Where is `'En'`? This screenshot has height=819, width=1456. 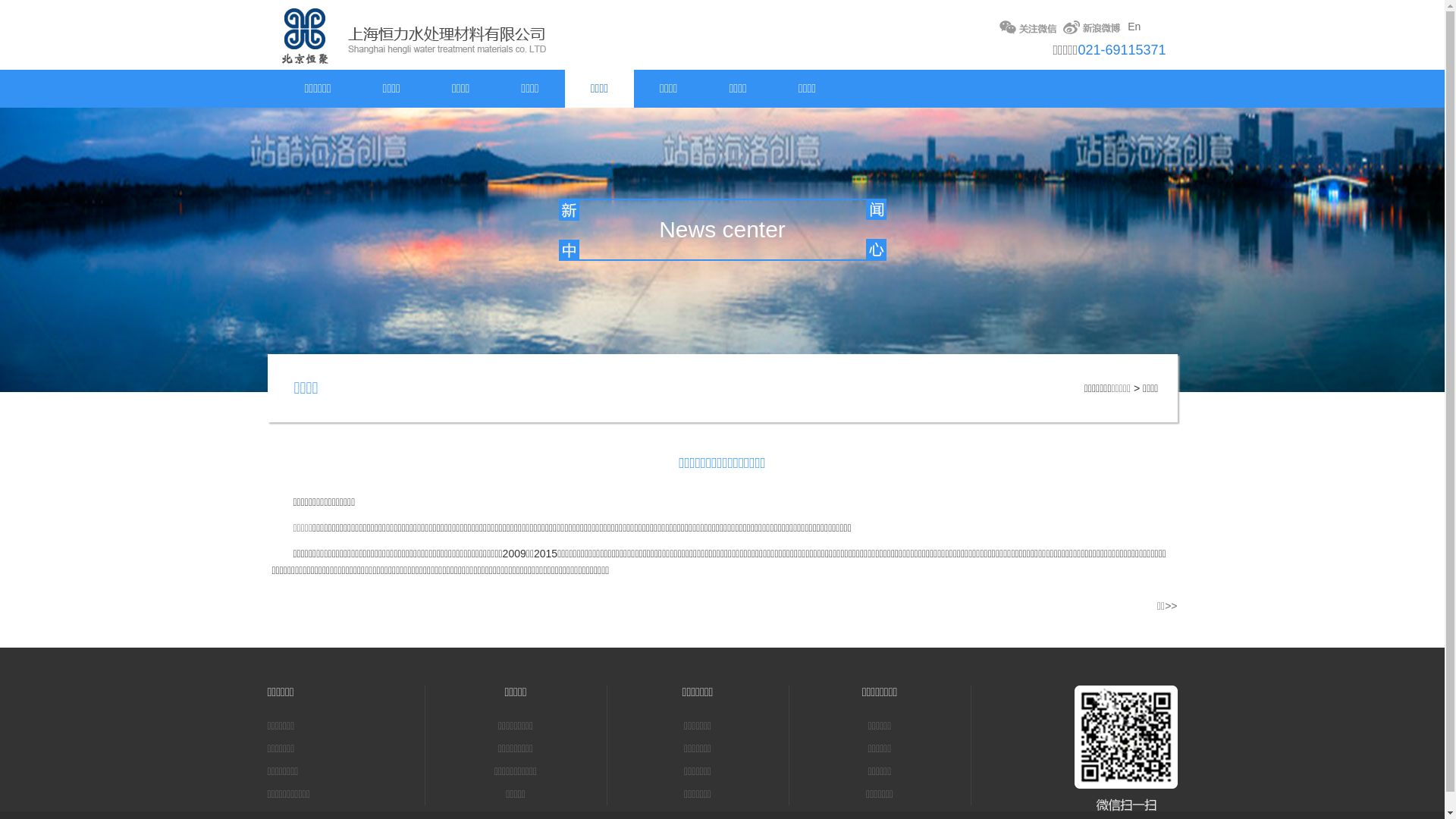 'En' is located at coordinates (1135, 26).